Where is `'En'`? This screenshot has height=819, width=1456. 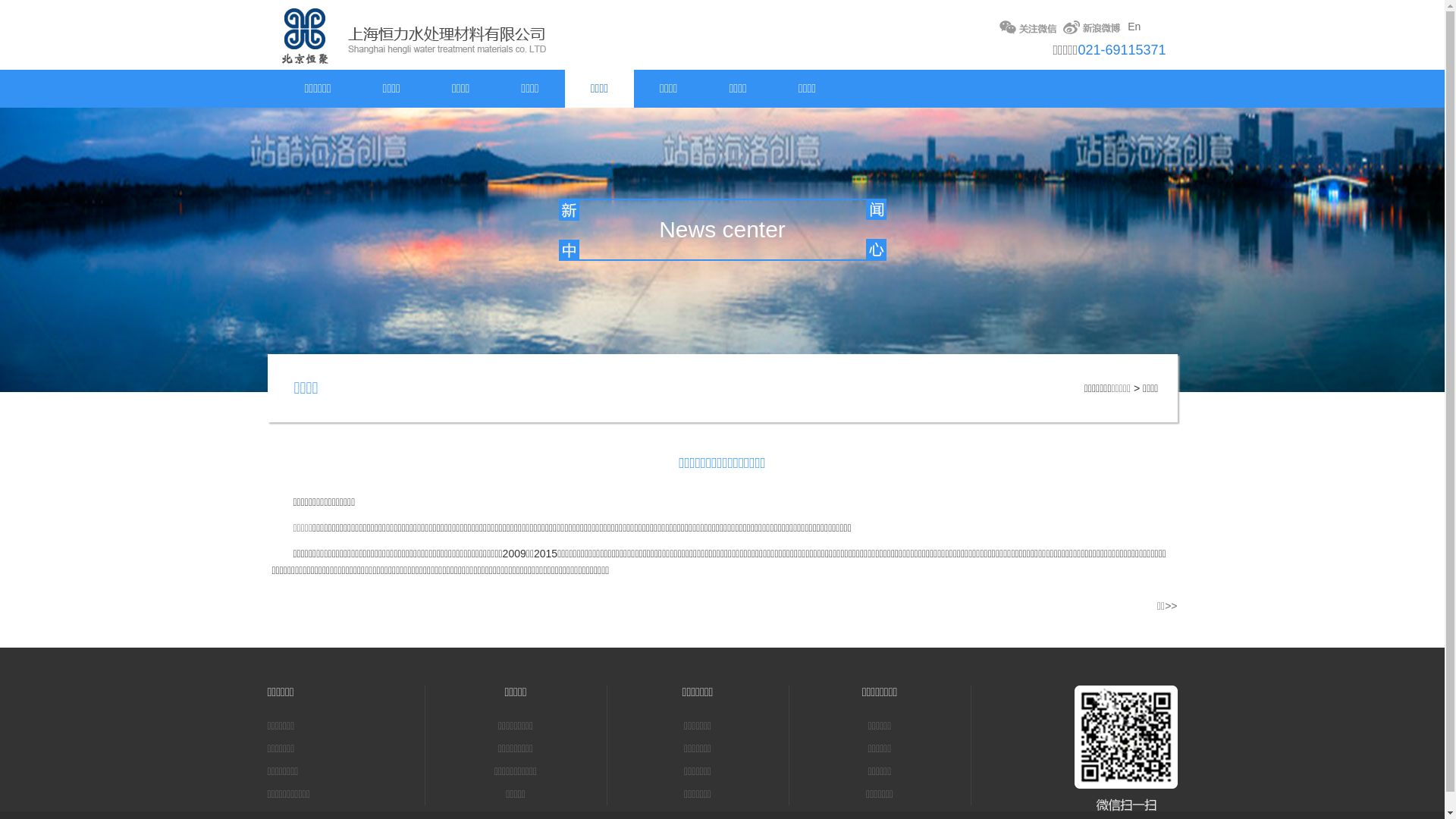 'En' is located at coordinates (1135, 26).